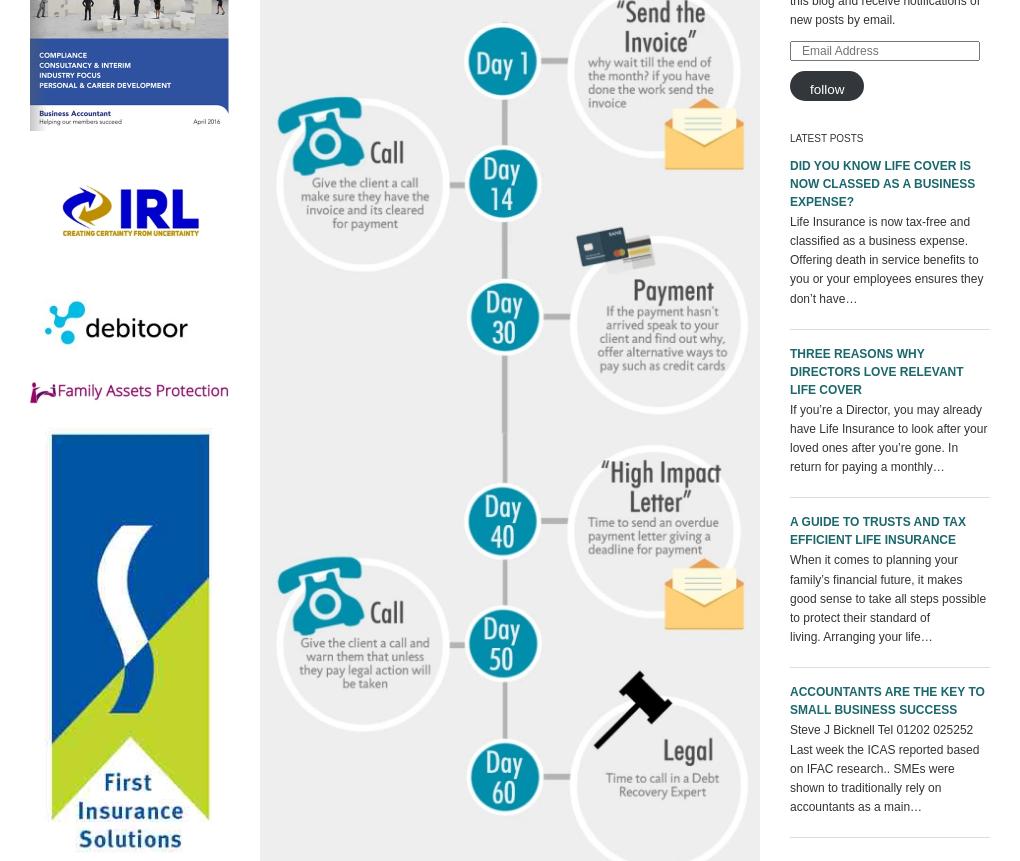 The height and width of the screenshot is (861, 1020). I want to click on 'Did you know Life Cover is now classed as a business expense?', so click(788, 182).